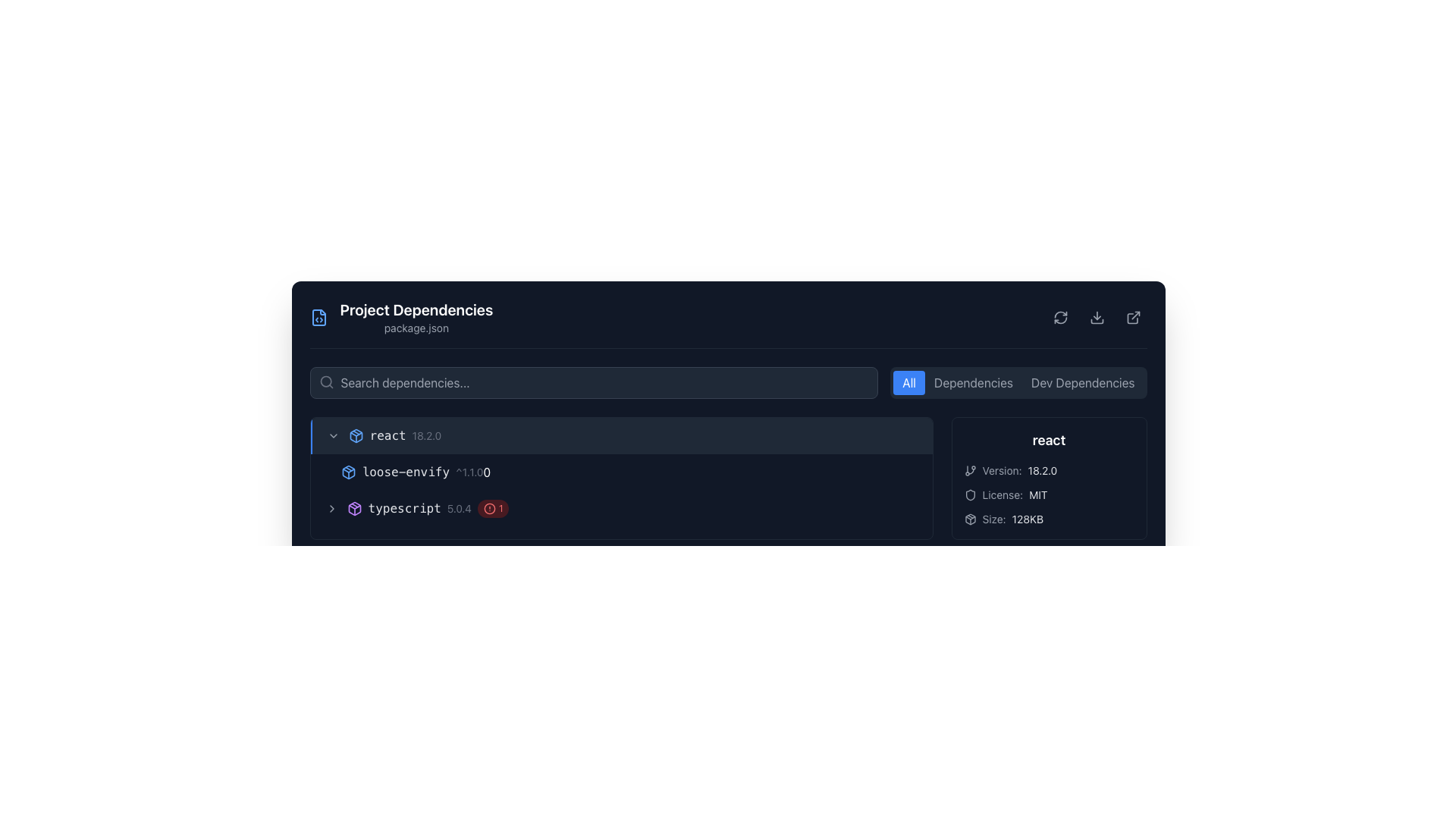 The image size is (1456, 819). Describe the element at coordinates (621, 435) in the screenshot. I see `the first dependency list item representing the dependency 'react' version '18.2.0' in the 'Project Dependencies' section` at that location.